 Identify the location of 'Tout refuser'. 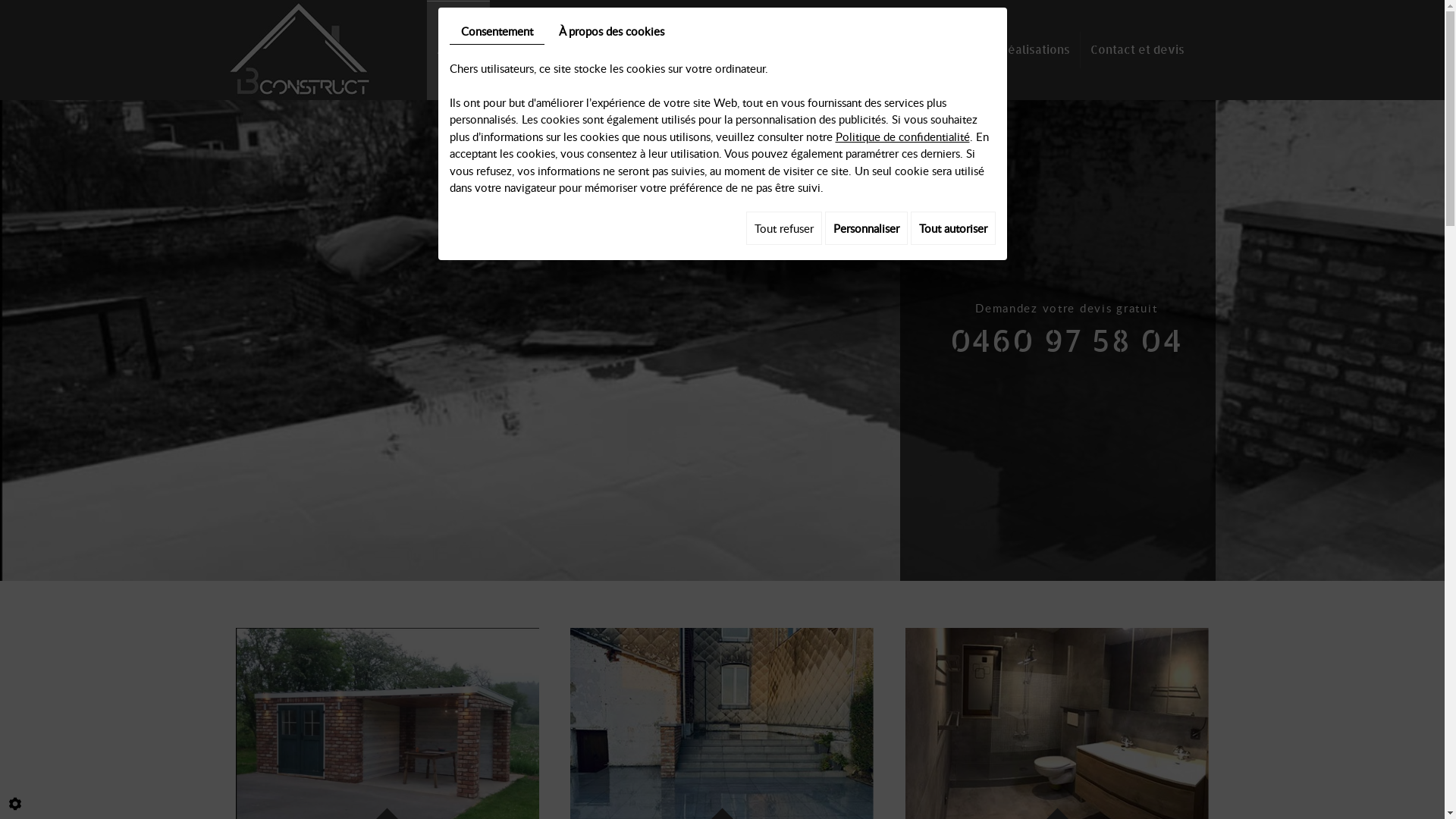
(783, 227).